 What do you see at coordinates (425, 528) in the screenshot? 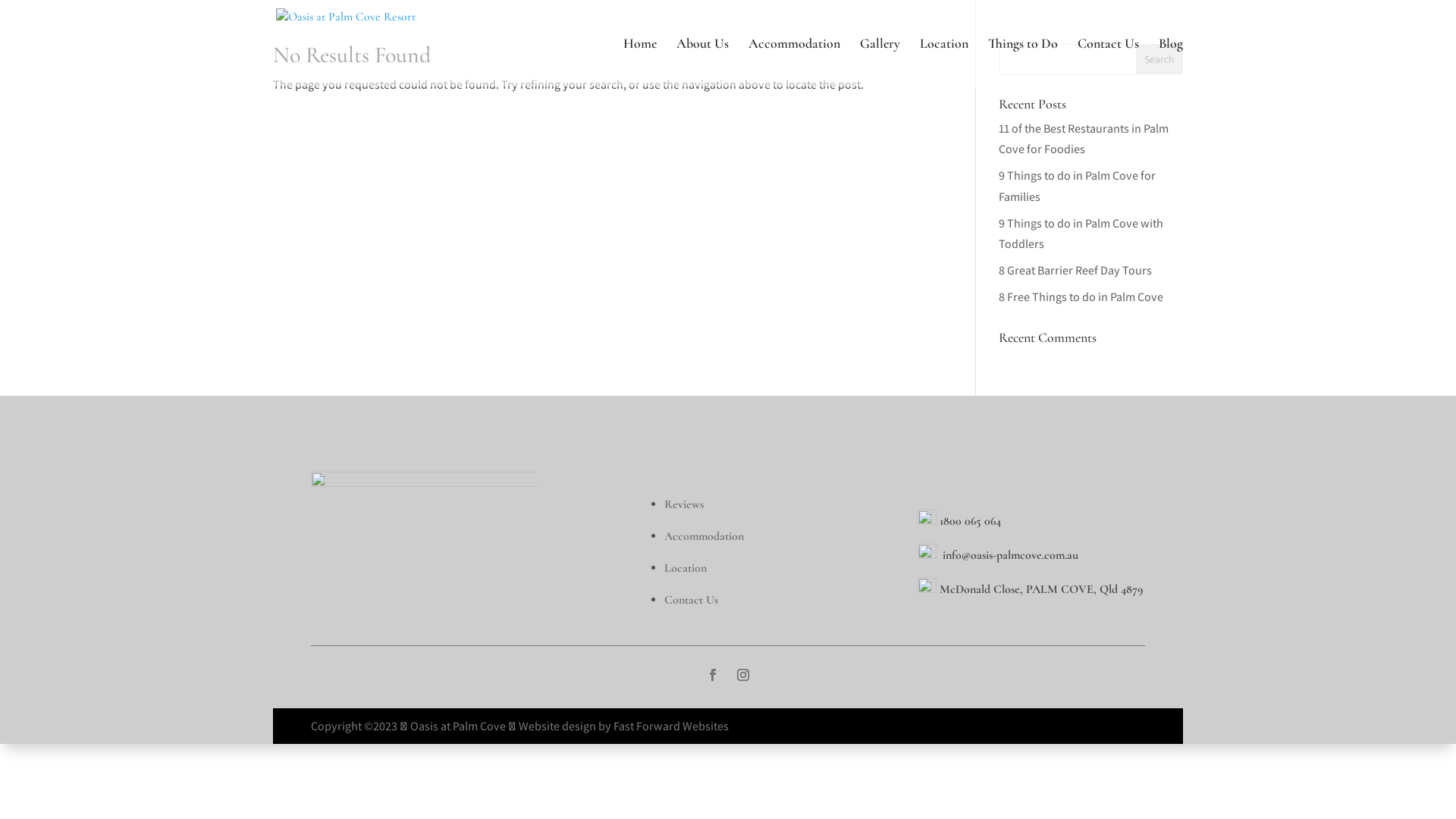
I see `'oasis-logo-black-1-'` at bounding box center [425, 528].